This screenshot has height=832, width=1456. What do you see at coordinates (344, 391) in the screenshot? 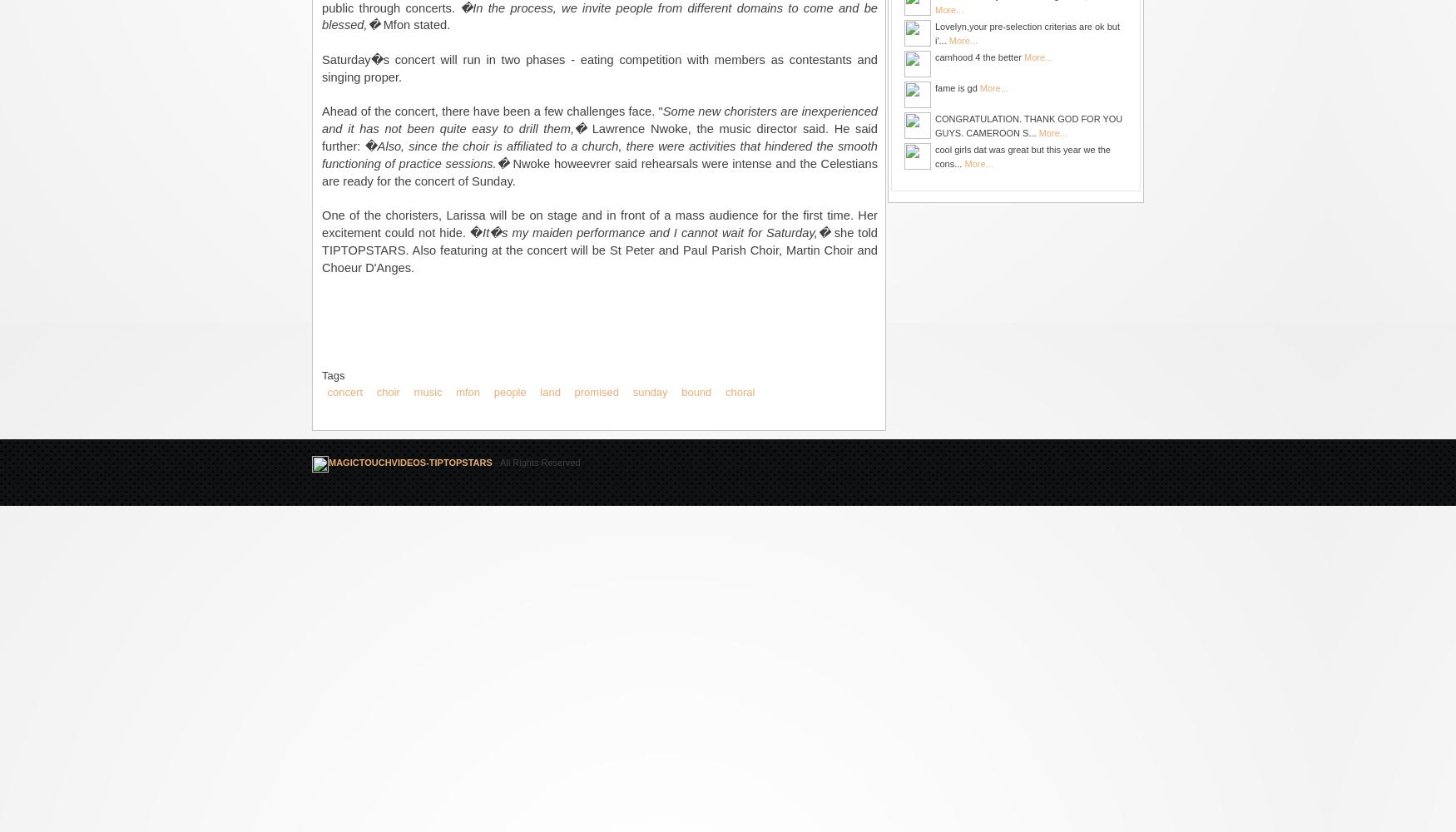
I see `'concert'` at bounding box center [344, 391].